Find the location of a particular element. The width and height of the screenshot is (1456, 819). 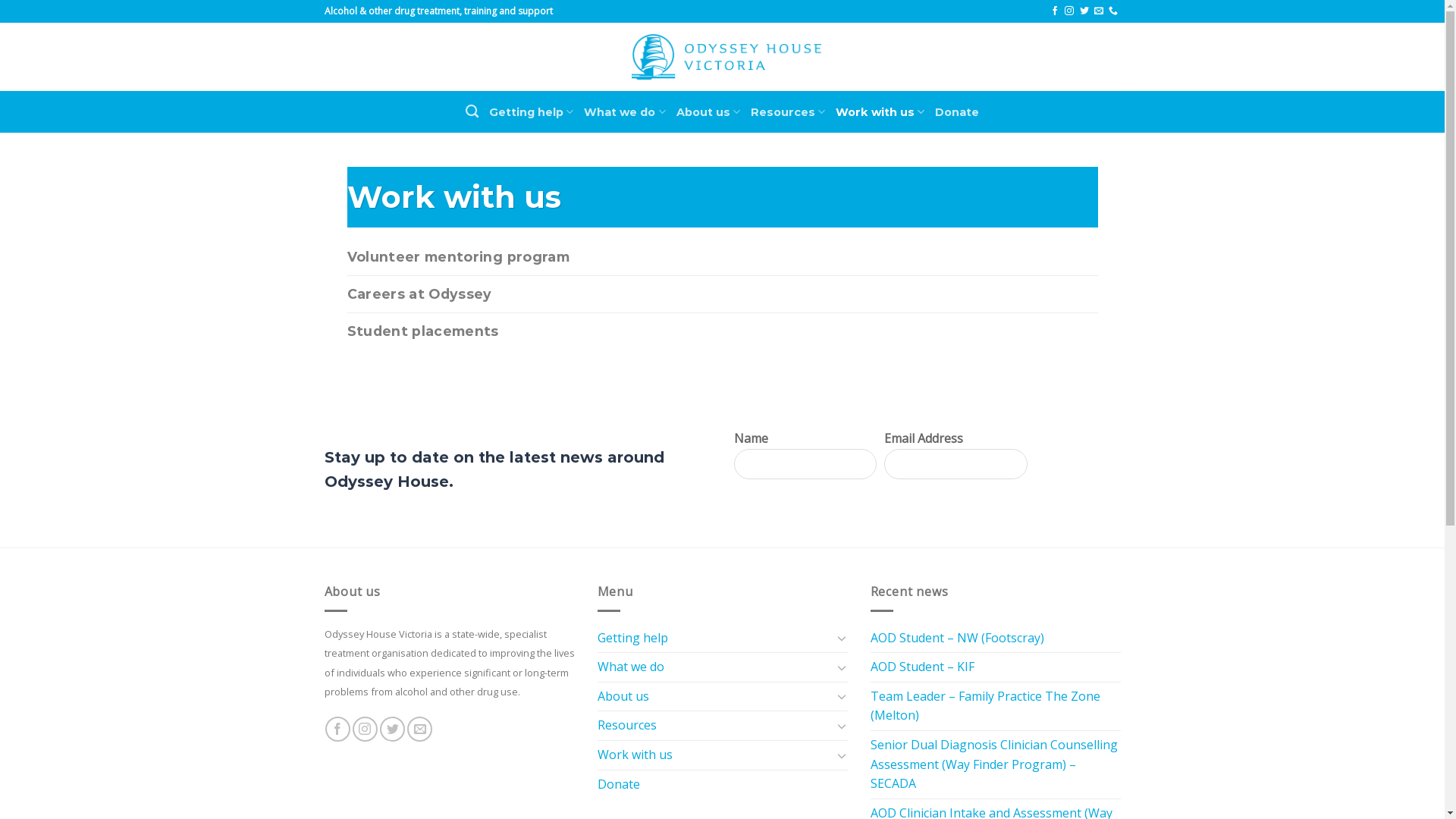

'Work with us' is located at coordinates (714, 755).